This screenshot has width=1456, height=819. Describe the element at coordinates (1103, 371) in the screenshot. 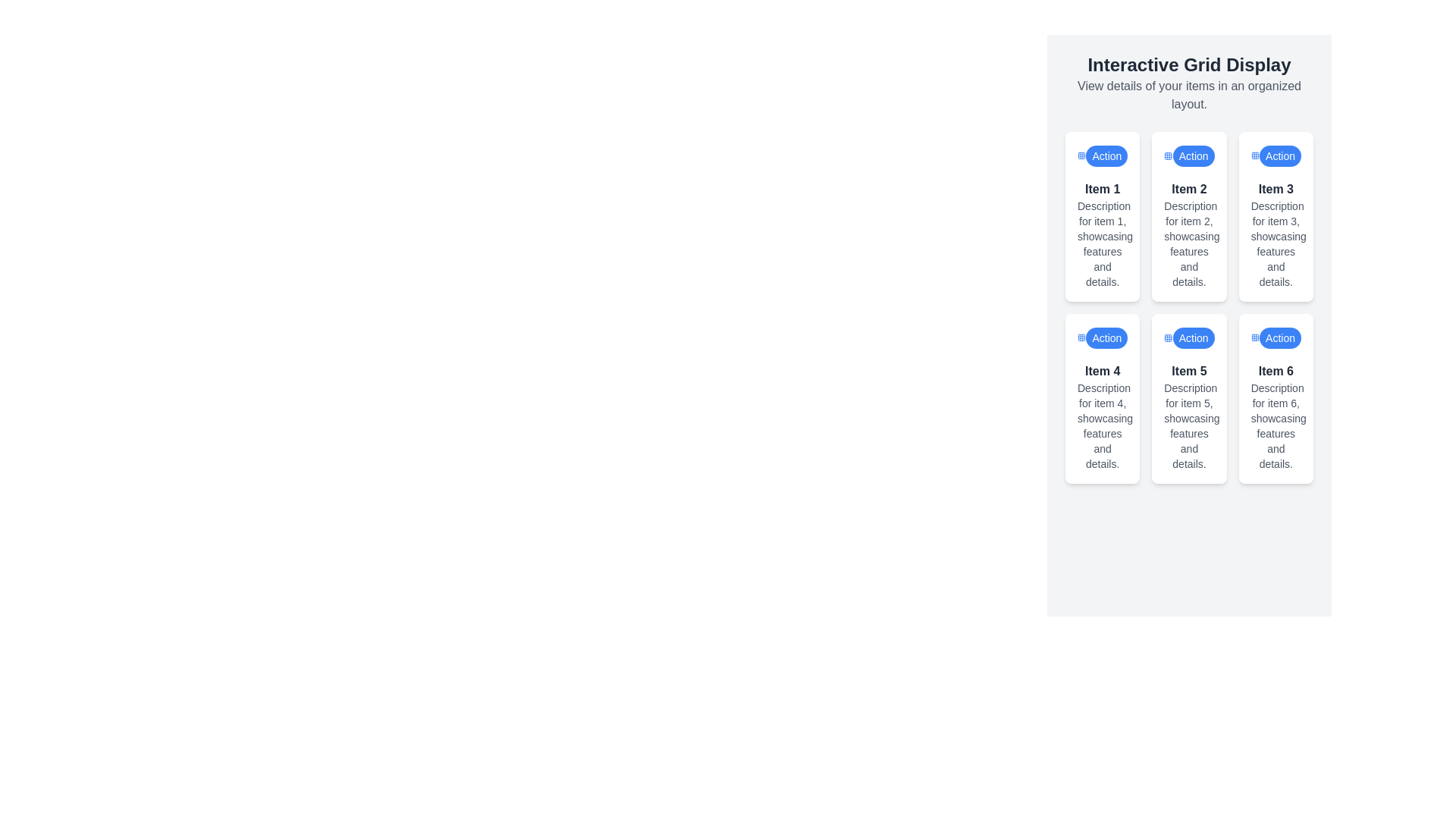

I see `the static text label displaying 'Item 4', which is styled in bold and dark-gray font and positioned in the second row, first column of a grid layout` at that location.